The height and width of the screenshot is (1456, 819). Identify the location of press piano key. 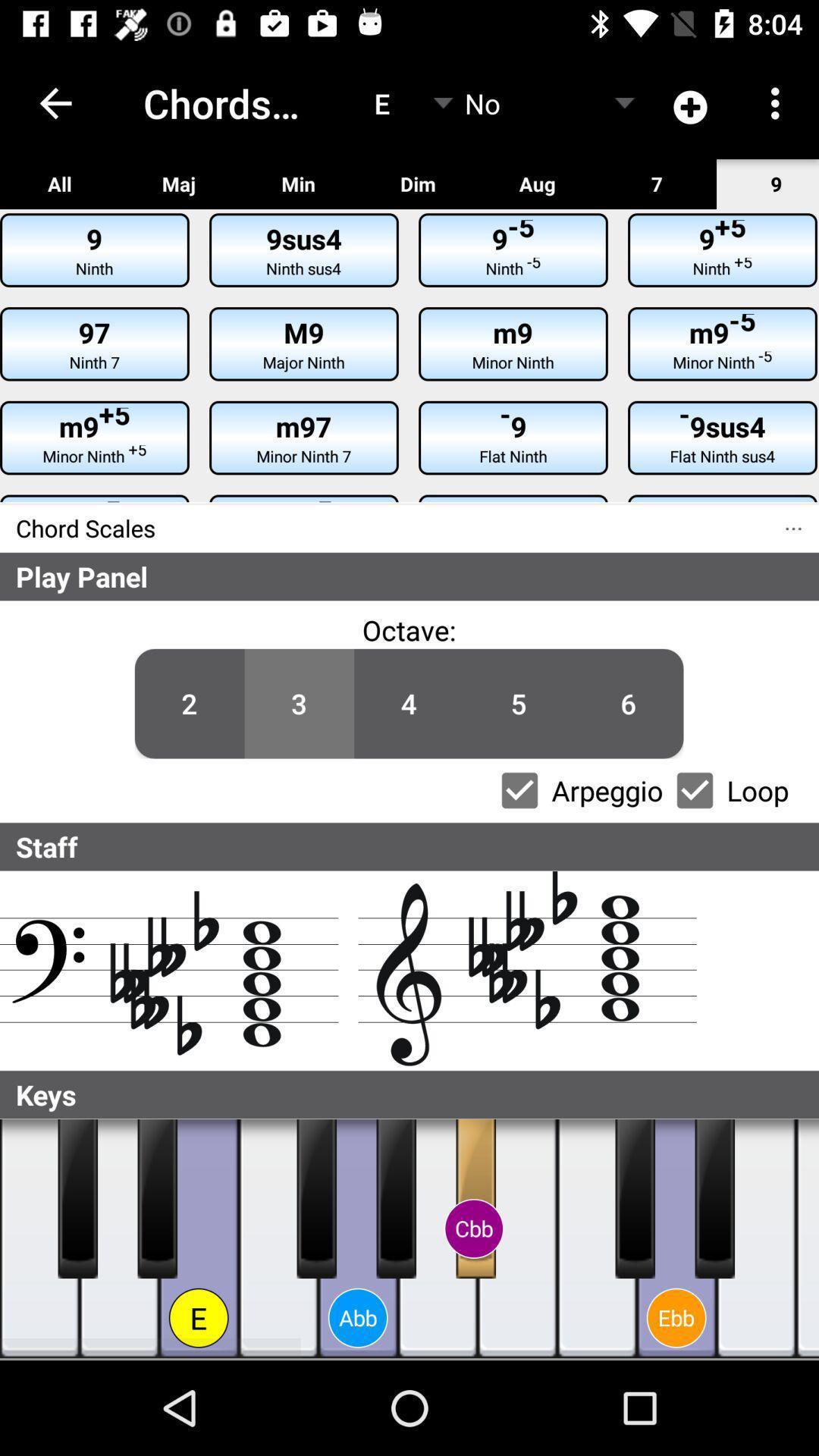
(395, 1197).